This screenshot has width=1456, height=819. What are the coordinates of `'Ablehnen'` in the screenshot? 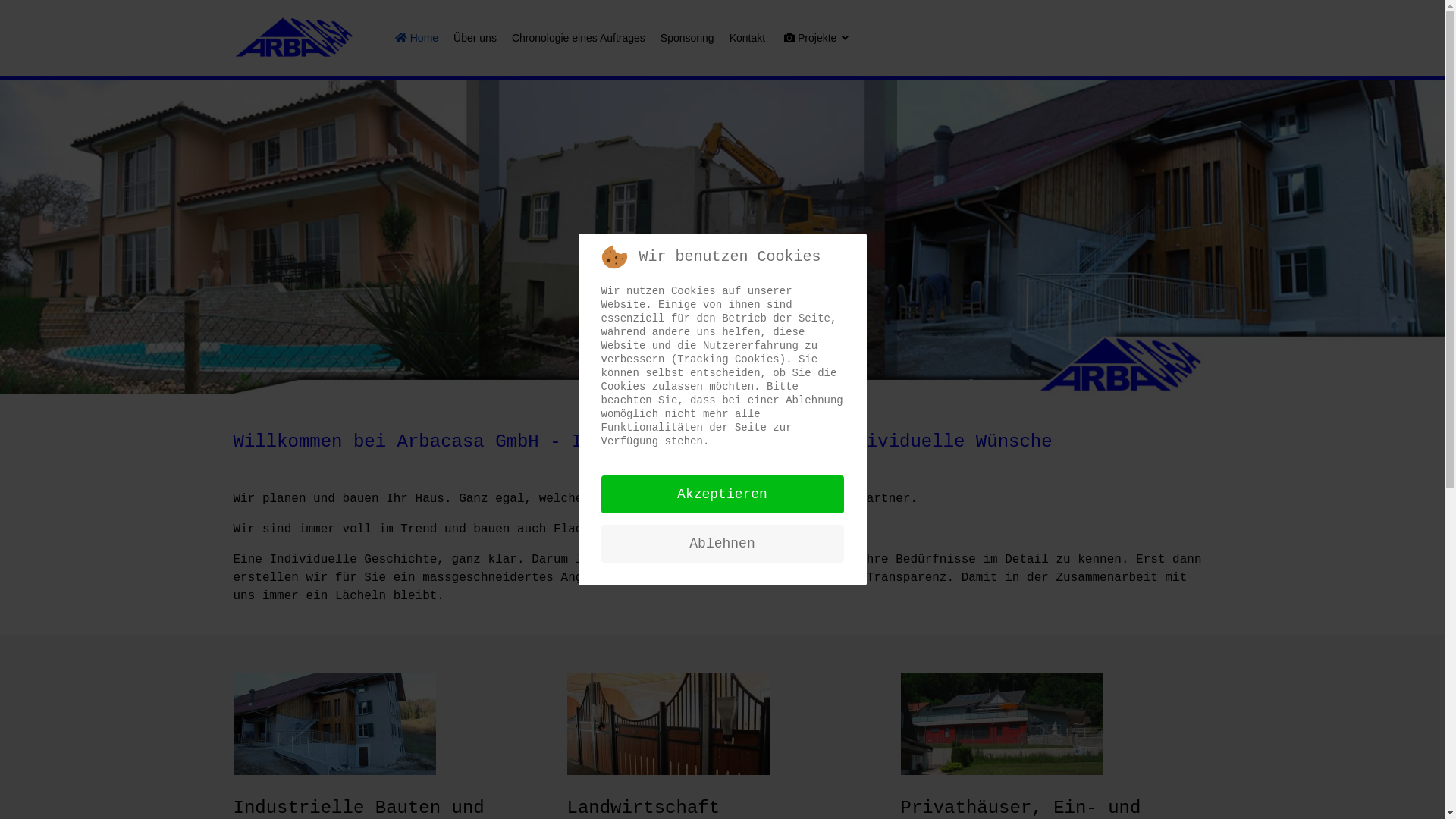 It's located at (720, 543).